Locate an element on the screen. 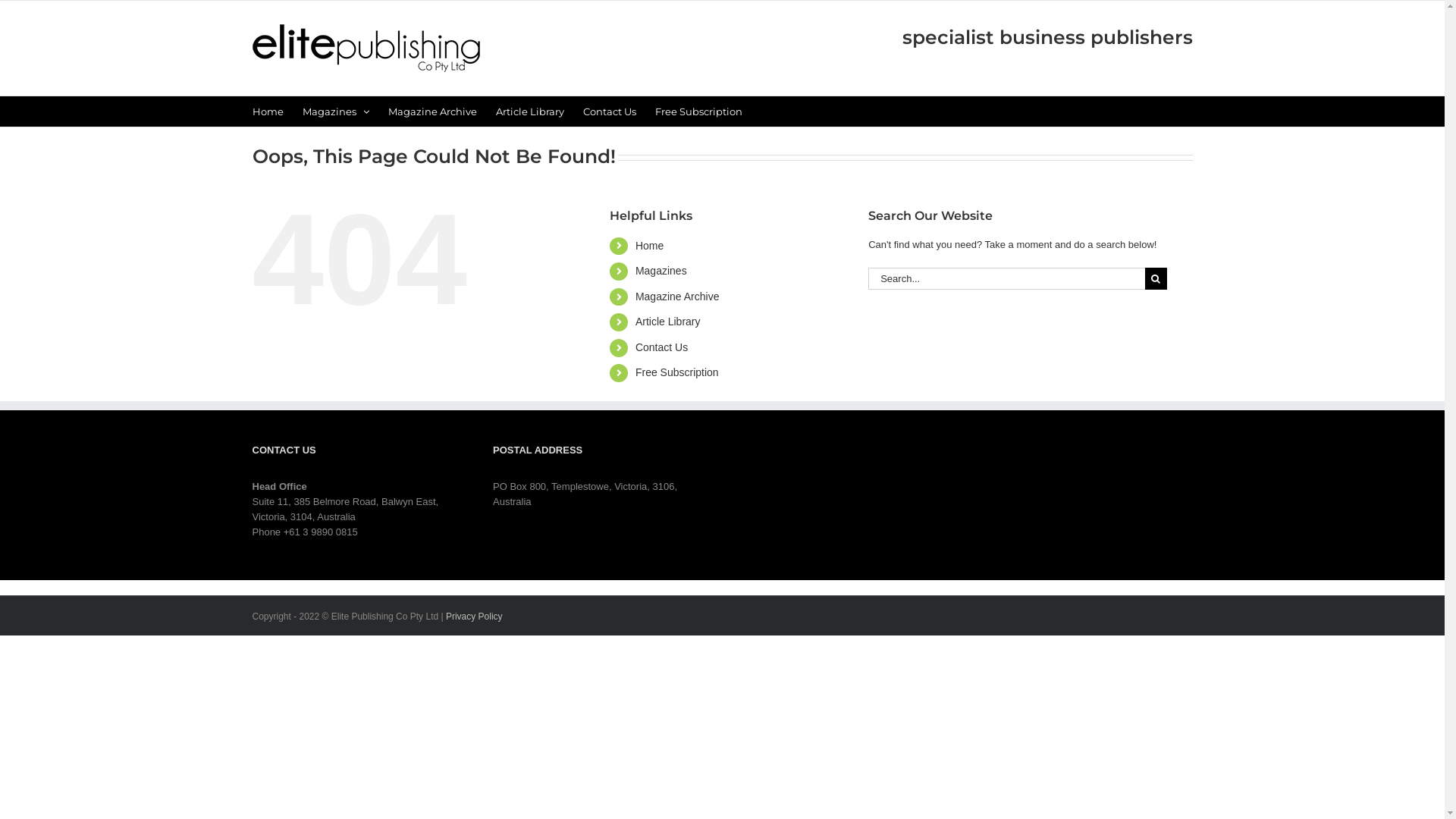 This screenshot has height=819, width=1456. 'Free Subscription' is located at coordinates (676, 372).